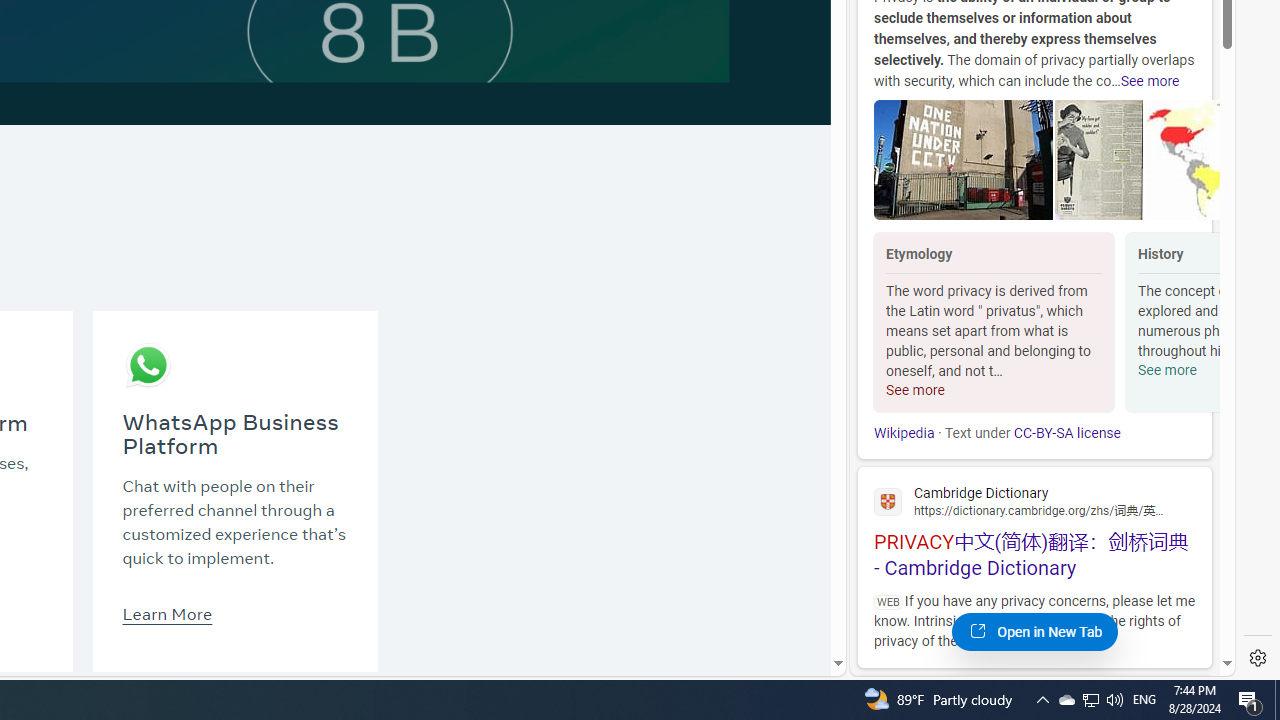 Image resolution: width=1280 pixels, height=720 pixels. What do you see at coordinates (887, 500) in the screenshot?
I see `'Global web icon'` at bounding box center [887, 500].